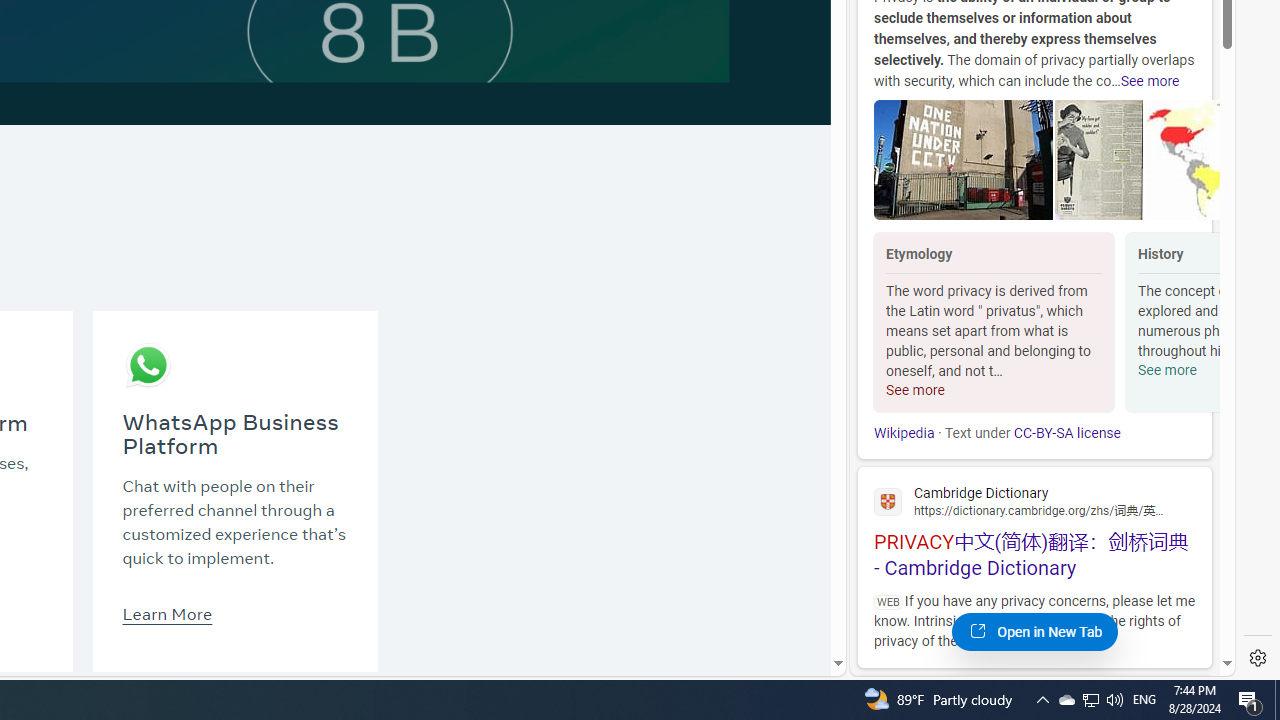 Image resolution: width=1280 pixels, height=720 pixels. What do you see at coordinates (887, 500) in the screenshot?
I see `'Global web icon'` at bounding box center [887, 500].